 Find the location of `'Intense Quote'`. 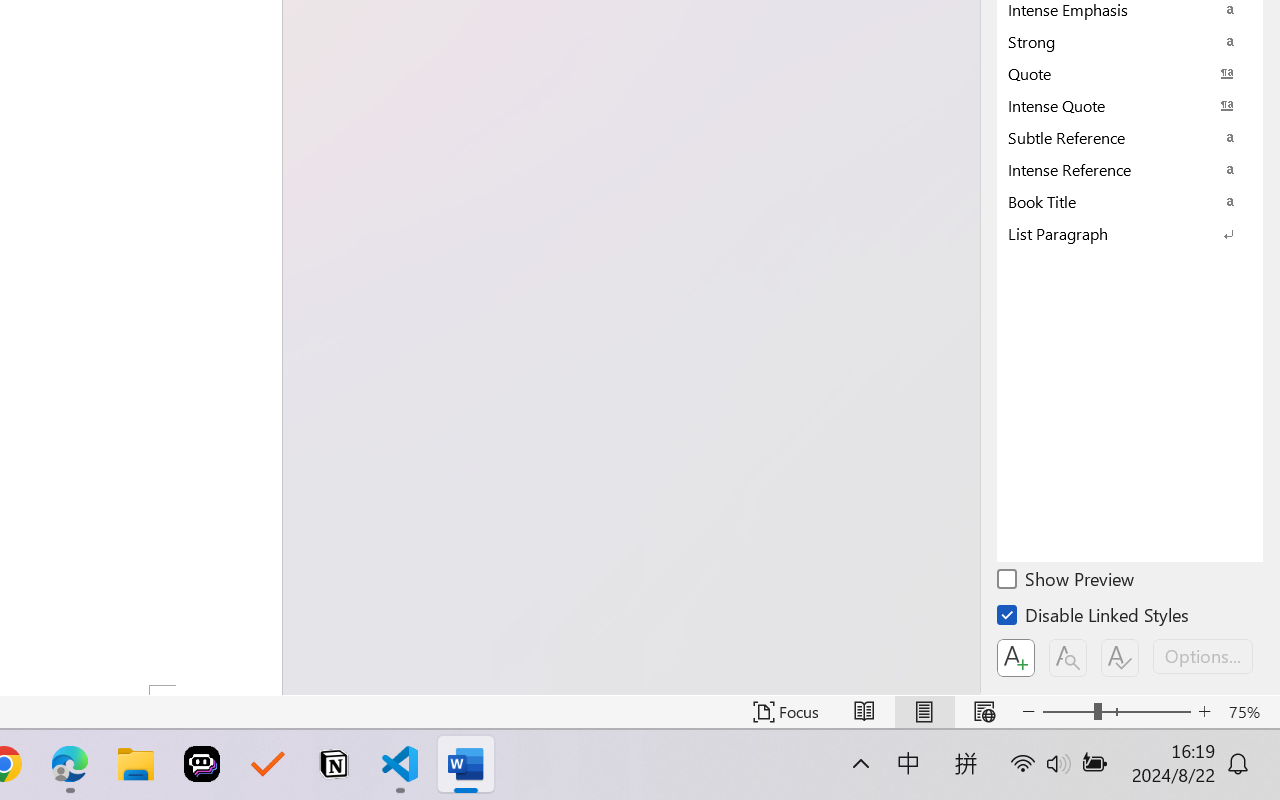

'Intense Quote' is located at coordinates (1130, 104).